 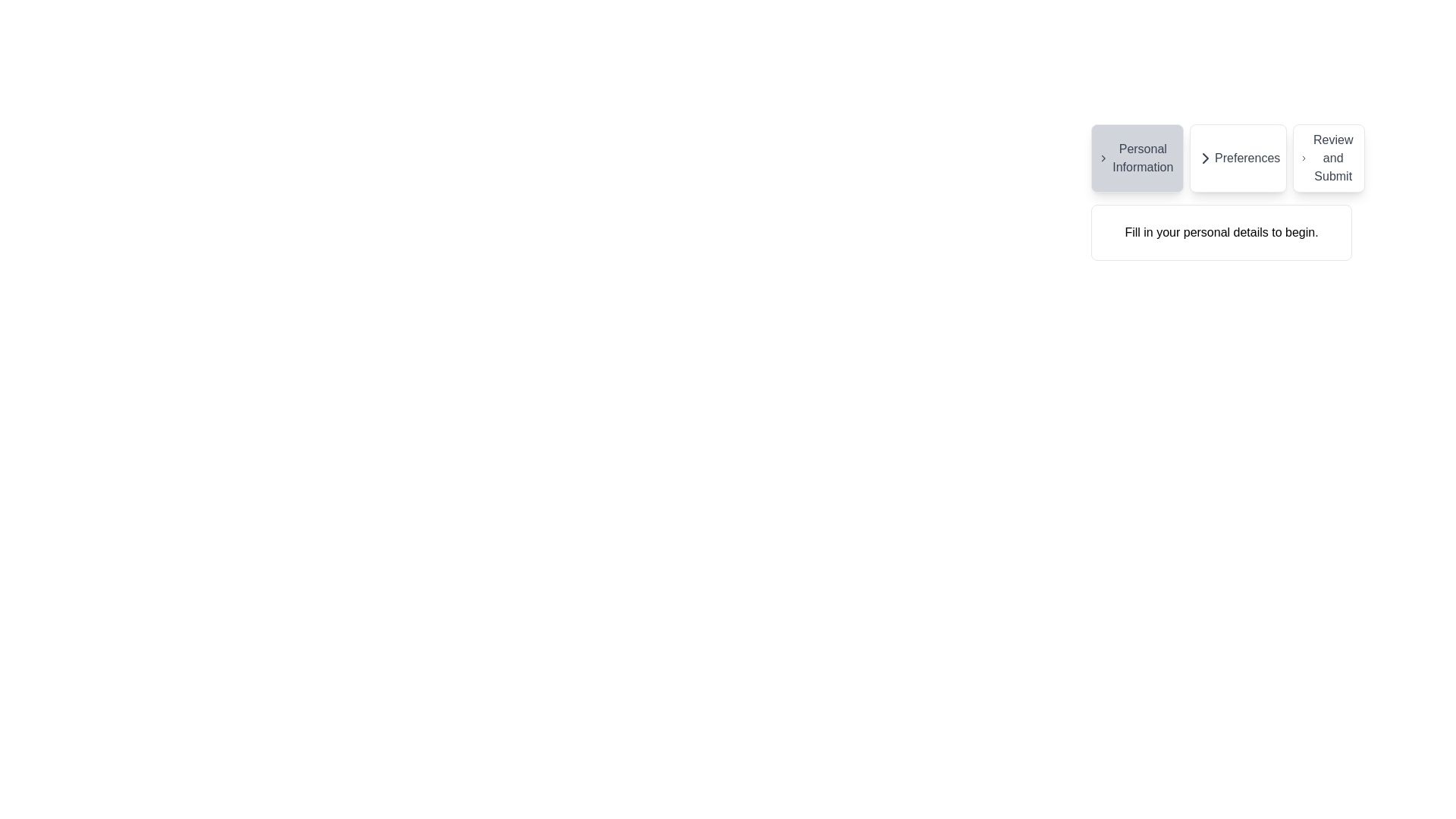 I want to click on the step button labeled 'Personal Information' to navigate to that step, so click(x=1137, y=158).